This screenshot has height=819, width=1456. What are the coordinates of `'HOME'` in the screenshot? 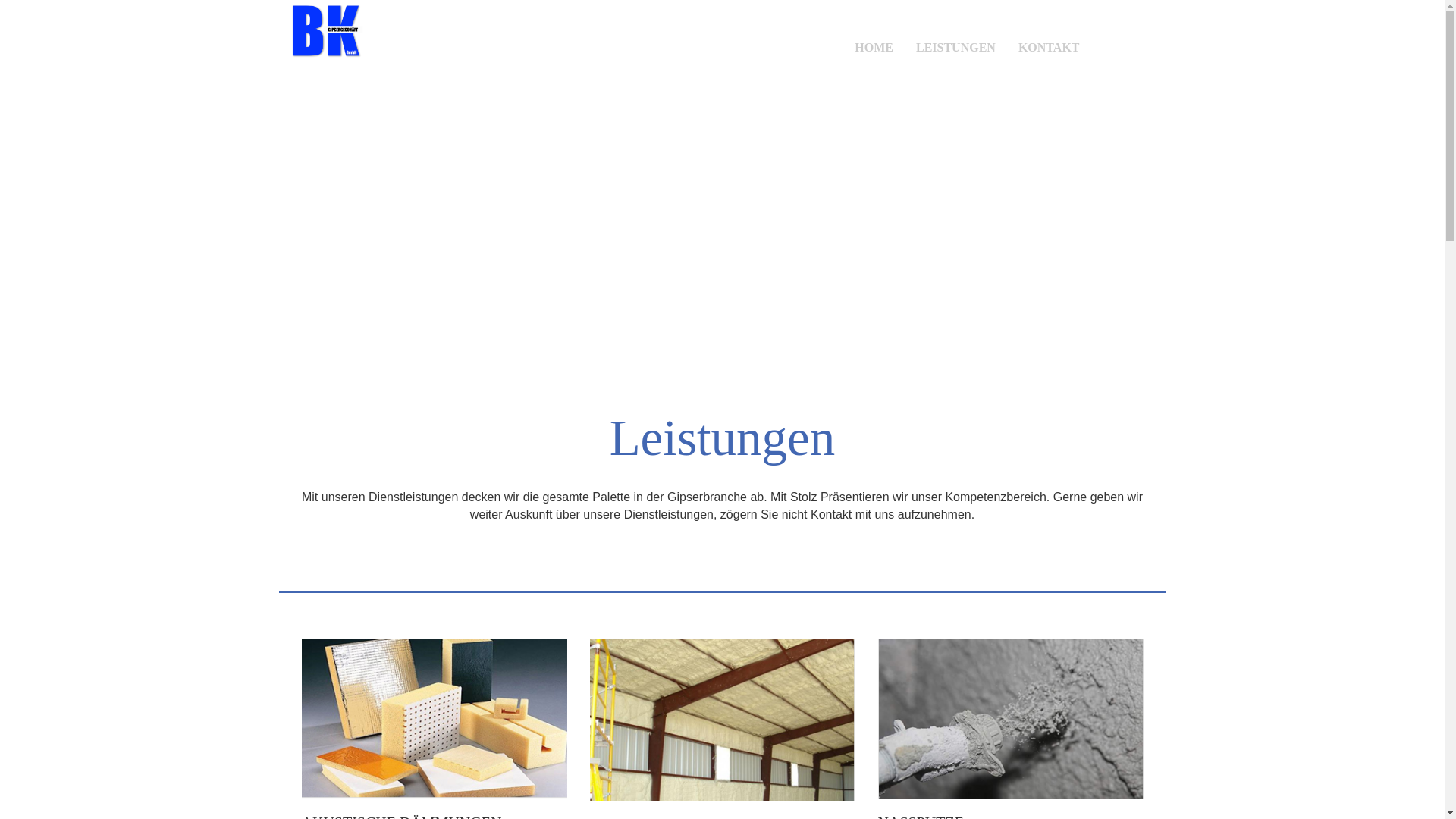 It's located at (874, 39).